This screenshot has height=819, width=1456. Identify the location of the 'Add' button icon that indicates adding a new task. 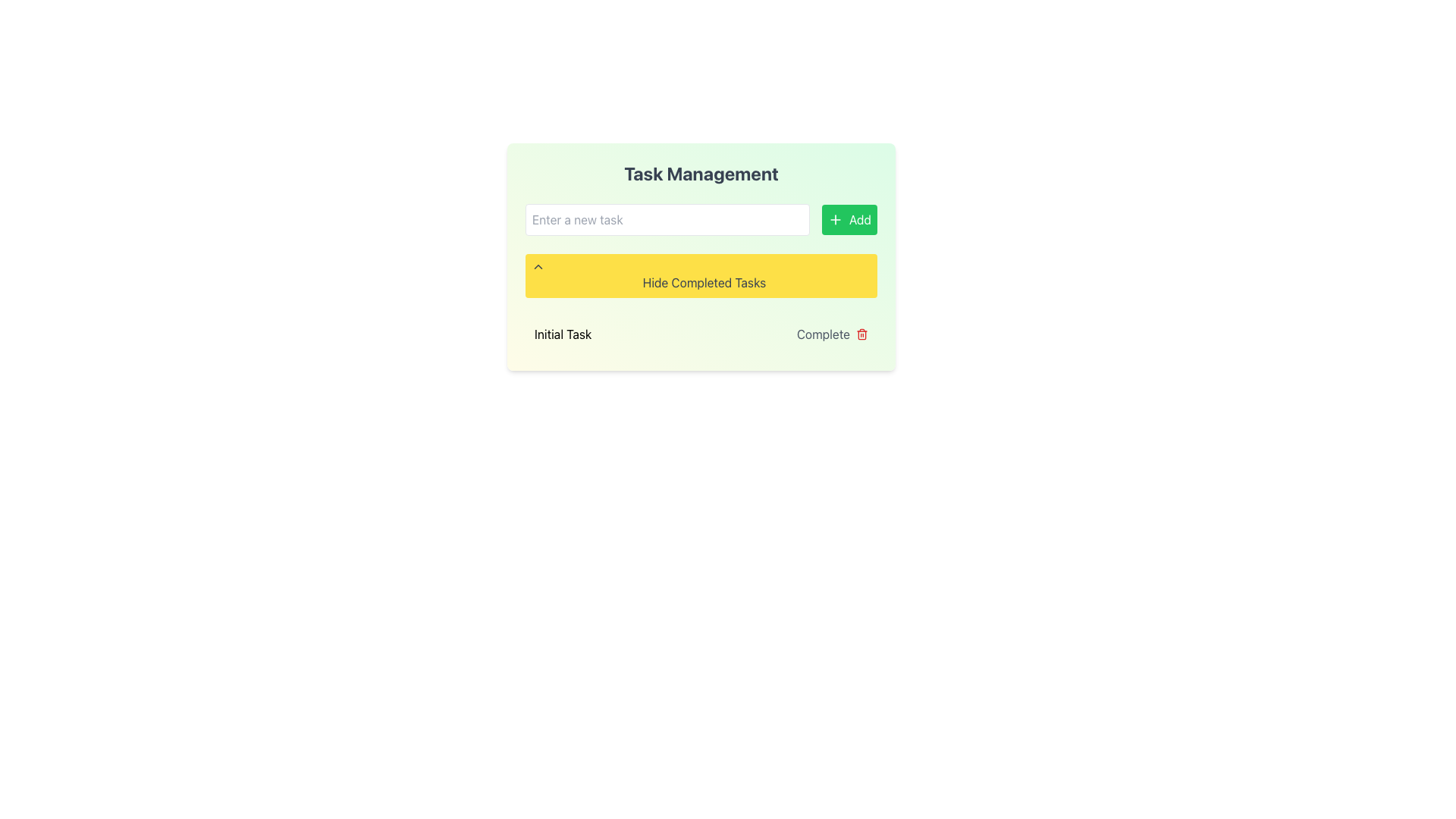
(834, 219).